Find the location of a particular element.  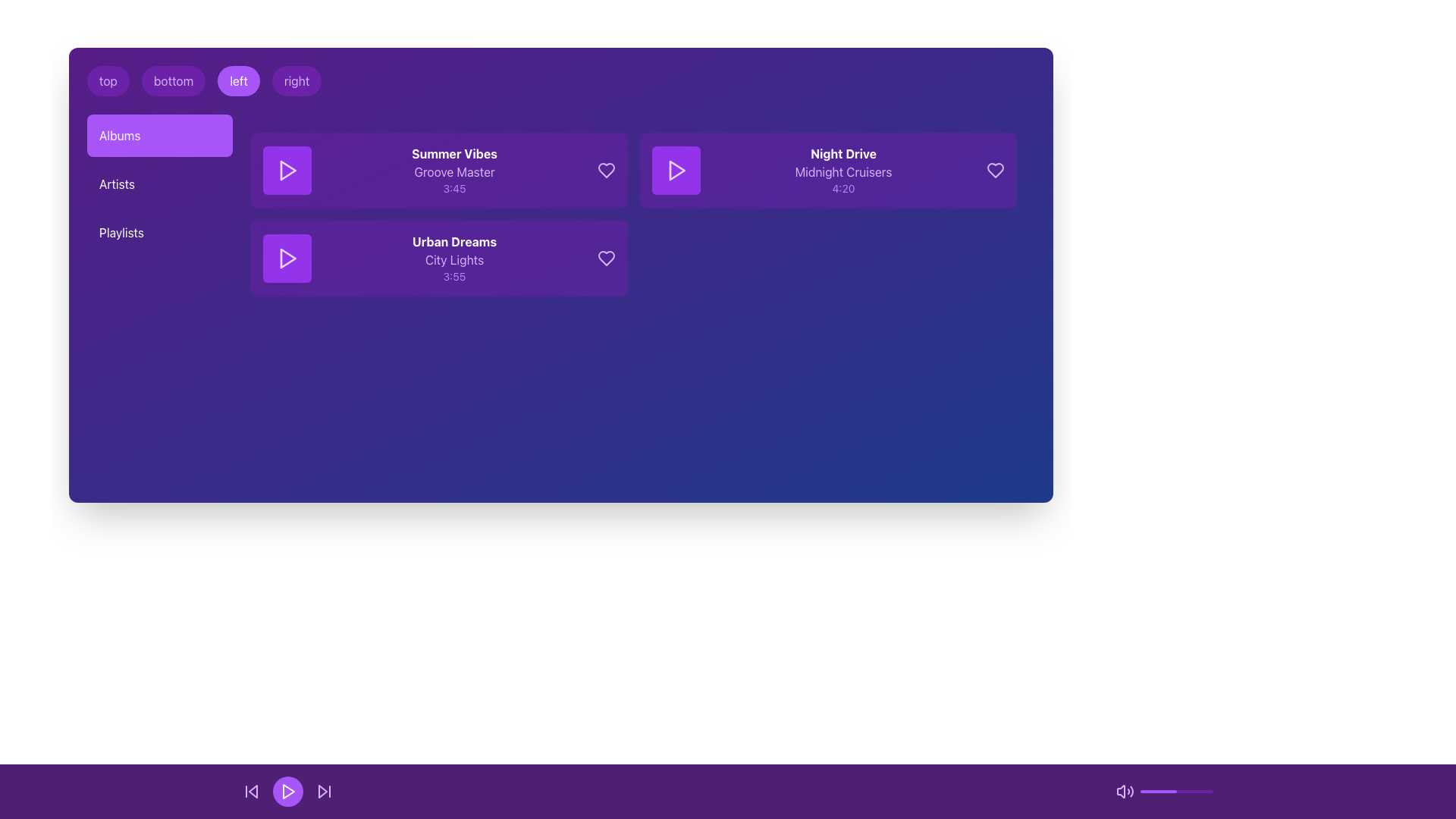

the Text Block that displays the details of a music track, including the title, artist name, and duration, located in the second section to the right of the purple play button icon is located at coordinates (453, 170).